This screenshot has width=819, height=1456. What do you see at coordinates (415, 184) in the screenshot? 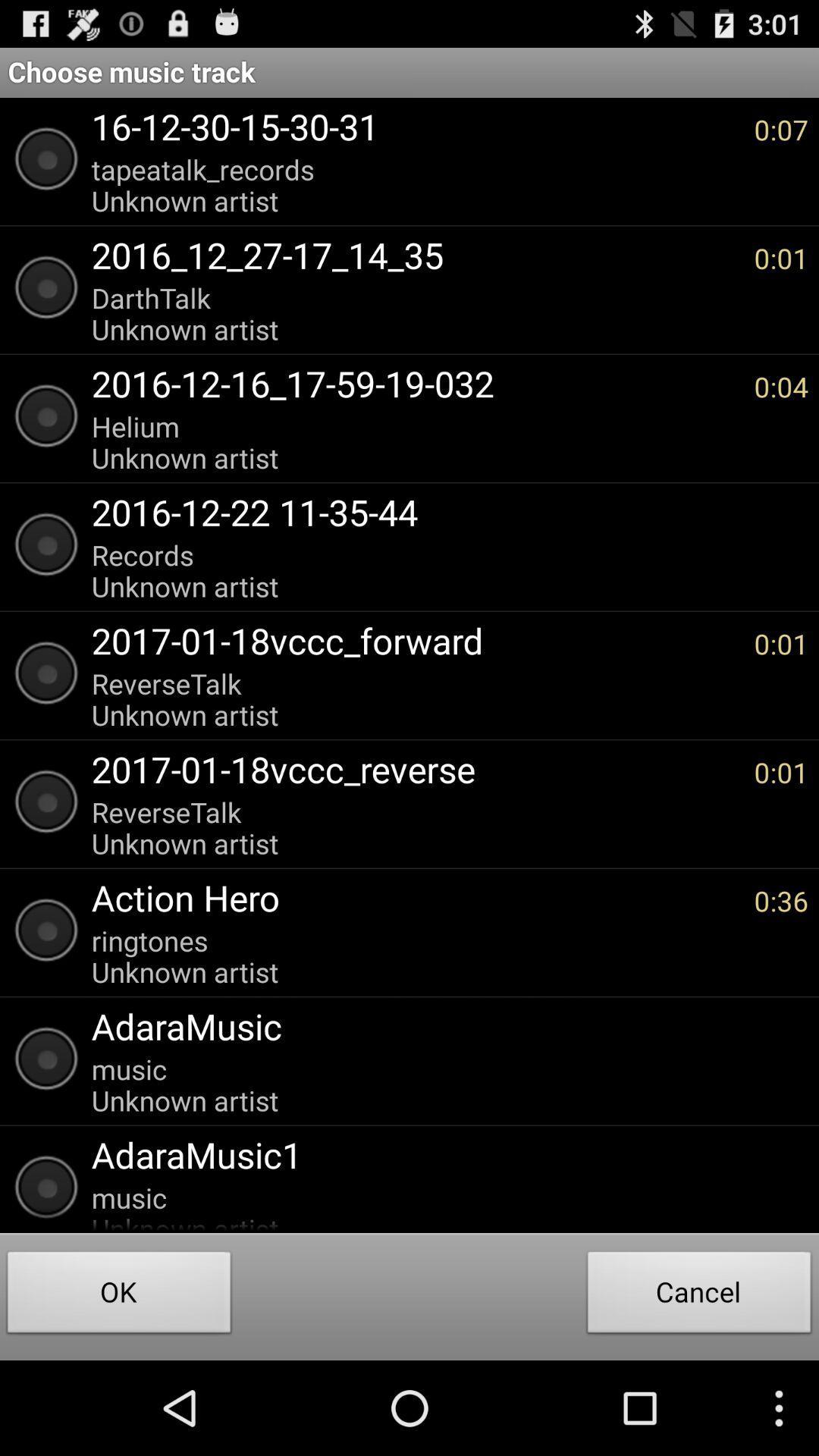
I see `item to the left of the 0:07 item` at bounding box center [415, 184].